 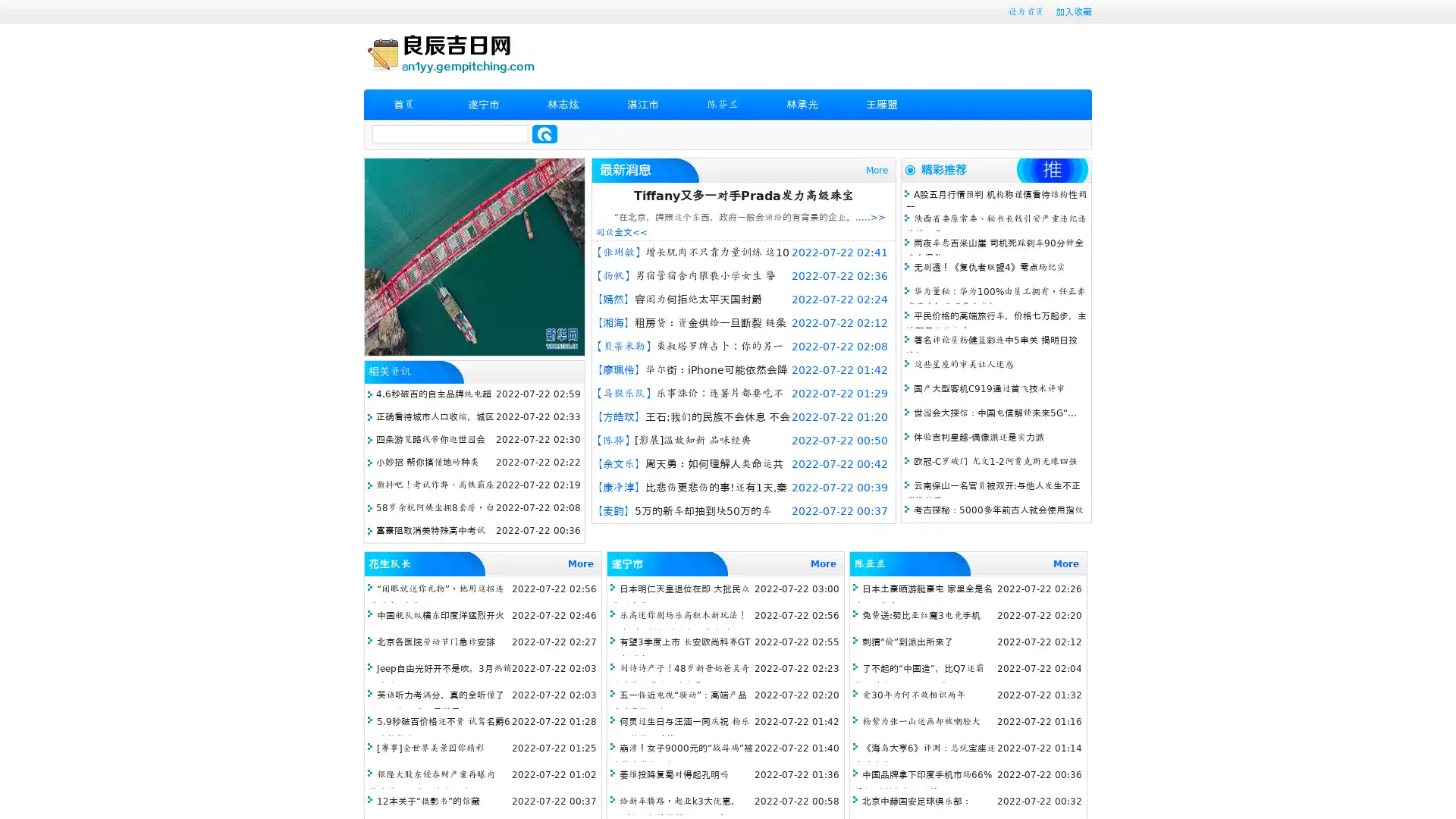 I want to click on Search, so click(x=544, y=133).